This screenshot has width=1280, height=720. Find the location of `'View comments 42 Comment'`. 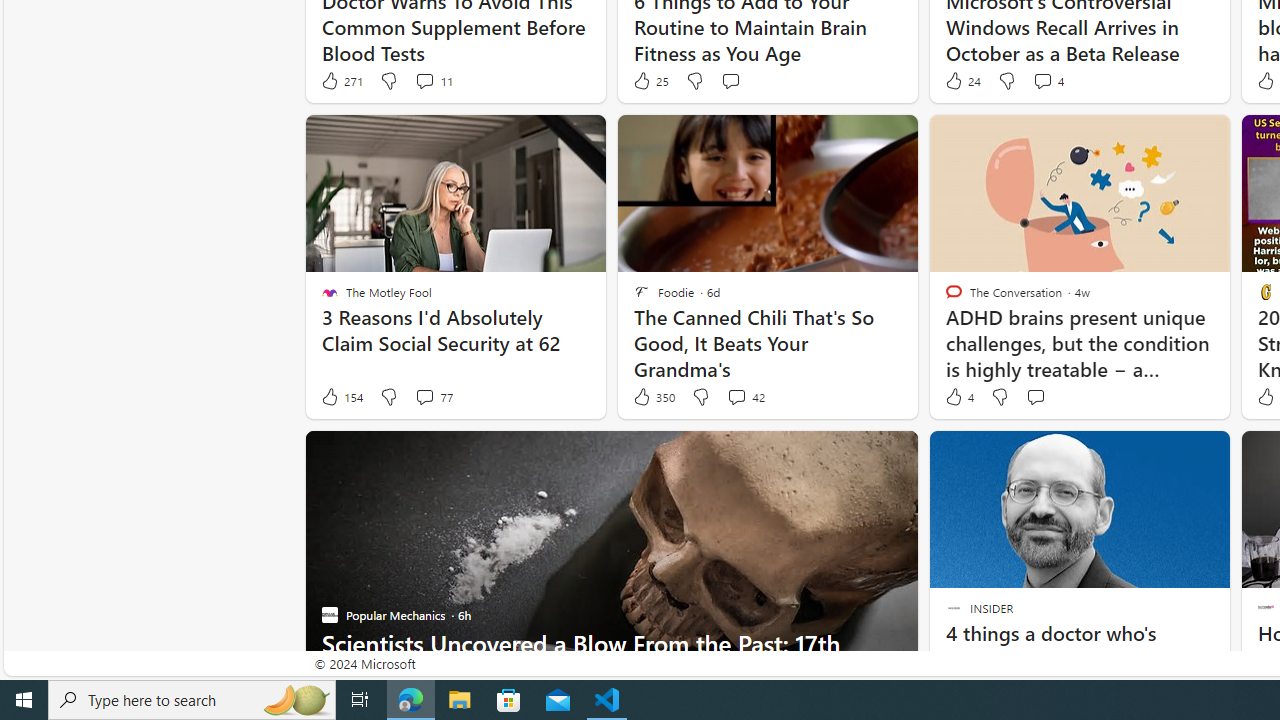

'View comments 42 Comment' is located at coordinates (735, 397).